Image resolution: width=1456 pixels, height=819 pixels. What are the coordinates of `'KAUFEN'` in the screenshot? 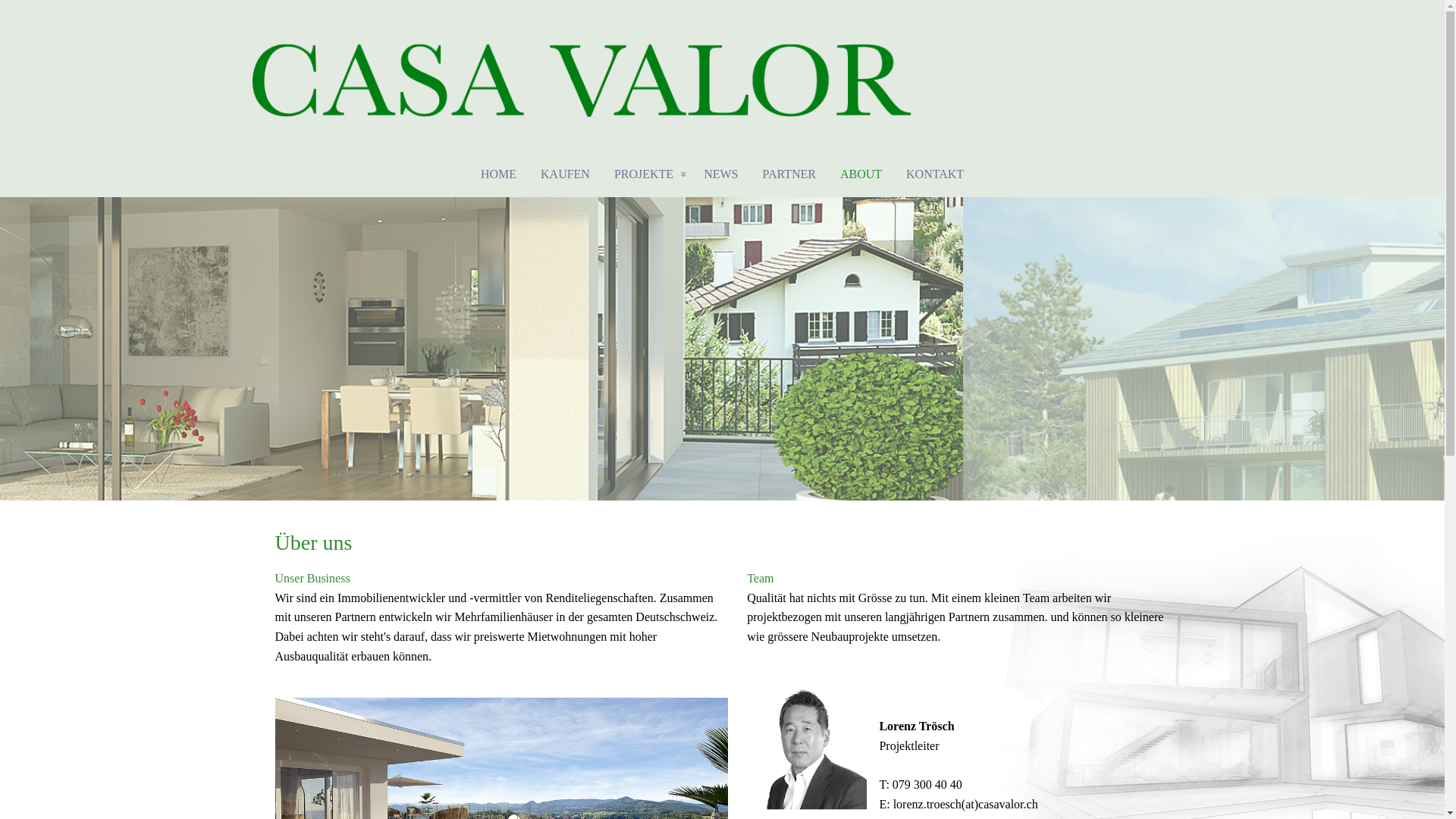 It's located at (564, 174).